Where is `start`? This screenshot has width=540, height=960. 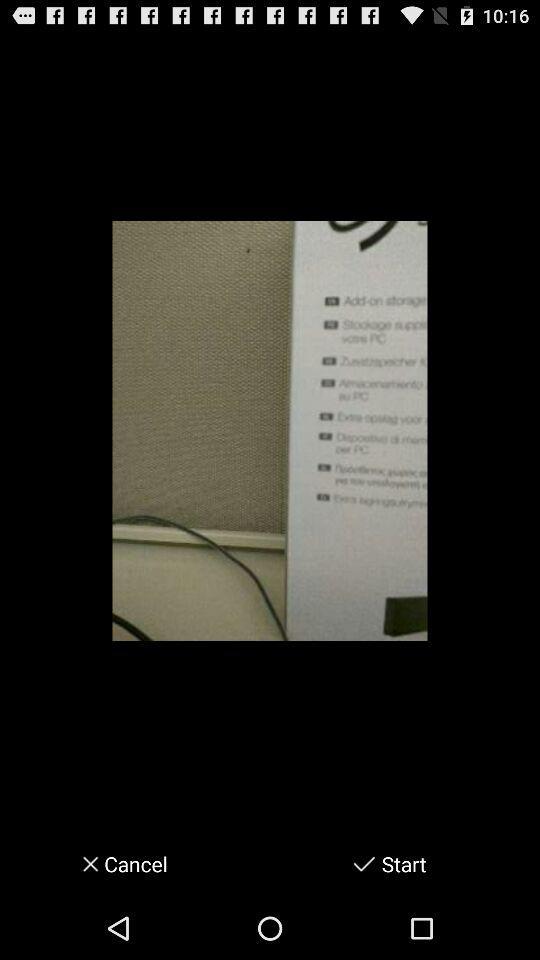 start is located at coordinates (363, 863).